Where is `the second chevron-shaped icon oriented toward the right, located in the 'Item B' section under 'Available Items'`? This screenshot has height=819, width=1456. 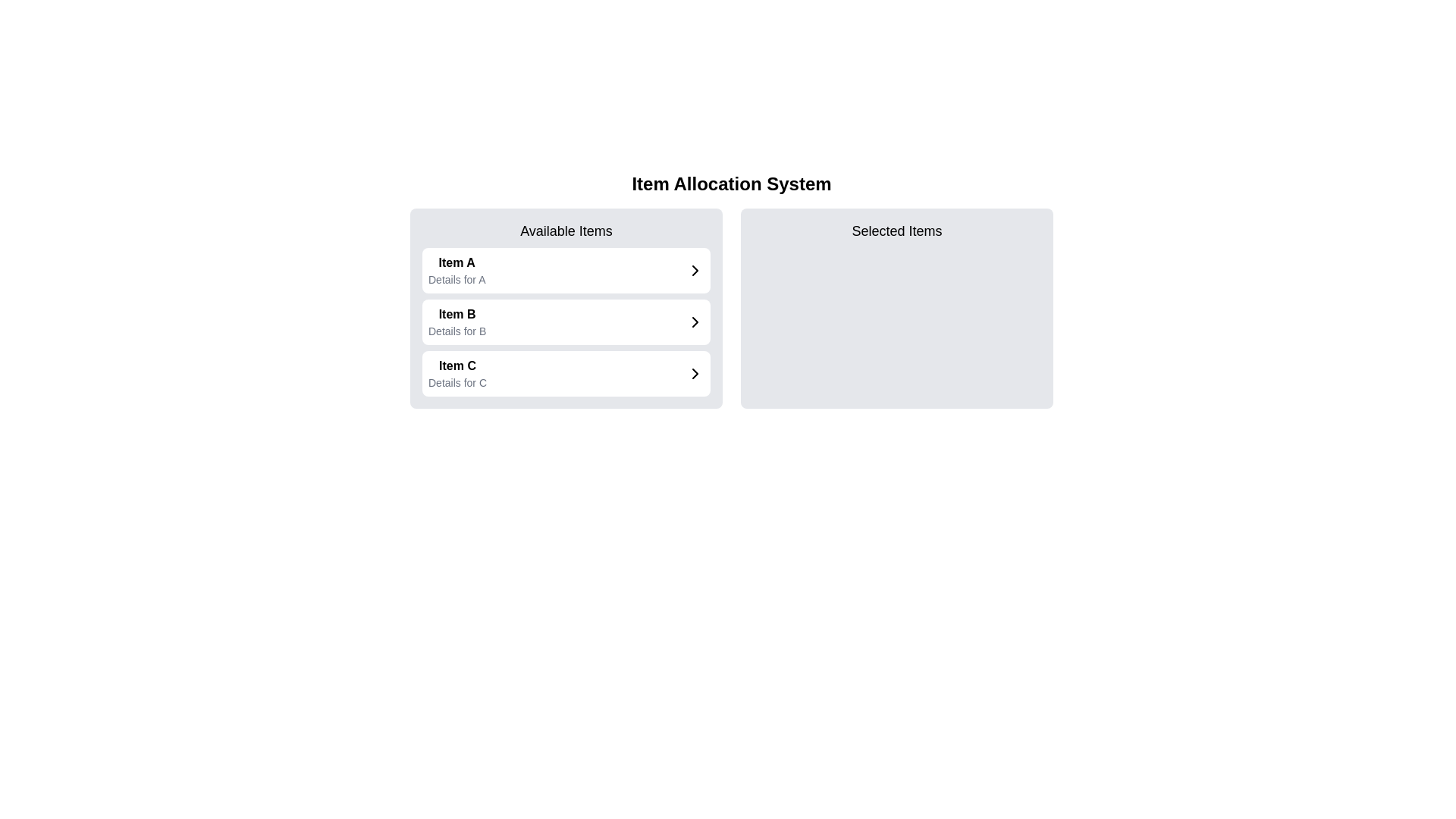 the second chevron-shaped icon oriented toward the right, located in the 'Item B' section under 'Available Items' is located at coordinates (694, 321).